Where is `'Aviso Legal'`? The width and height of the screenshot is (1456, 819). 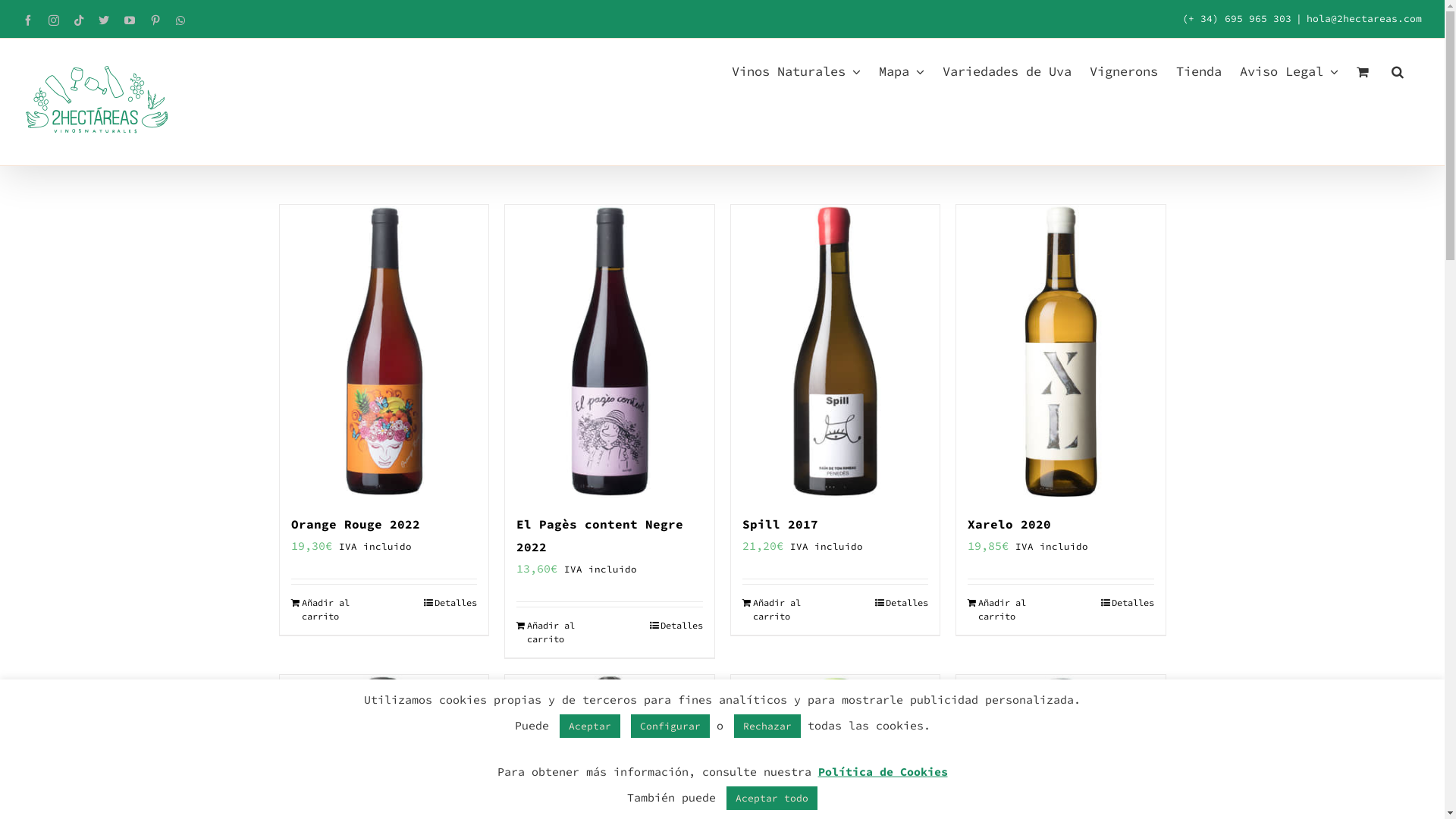 'Aviso Legal' is located at coordinates (1240, 70).